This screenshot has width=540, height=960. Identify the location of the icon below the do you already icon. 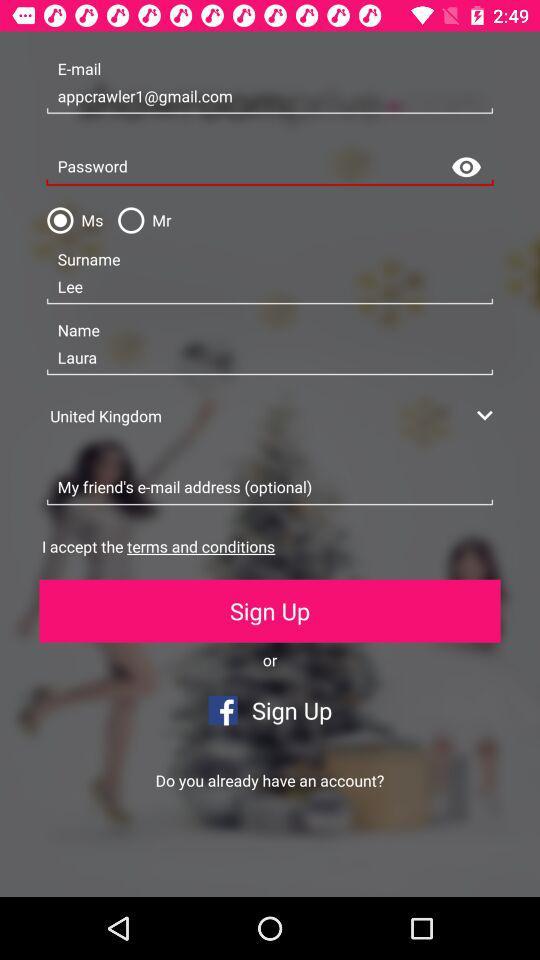
(135, 864).